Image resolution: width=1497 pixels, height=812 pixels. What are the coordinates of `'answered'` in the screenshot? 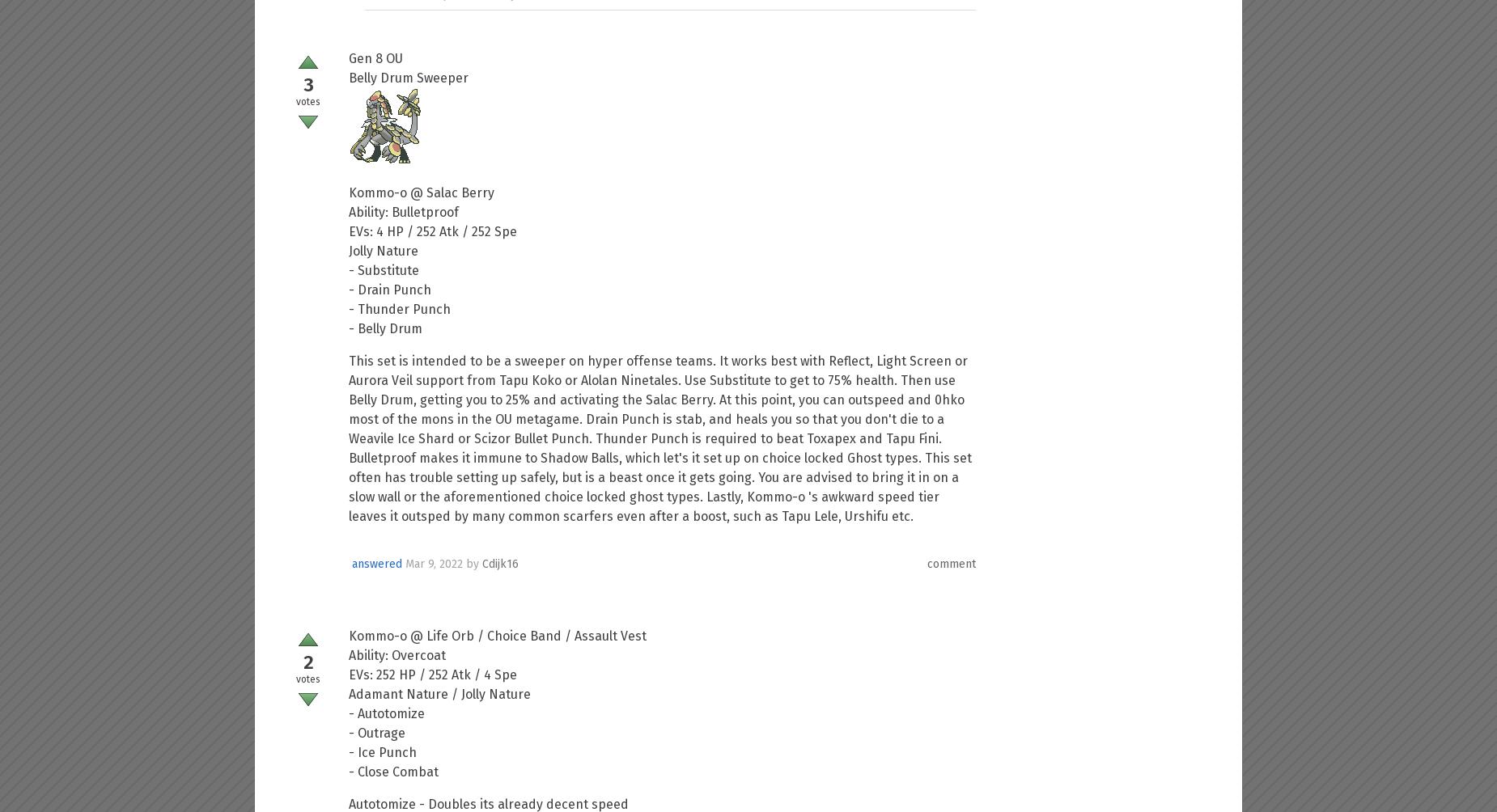 It's located at (377, 562).